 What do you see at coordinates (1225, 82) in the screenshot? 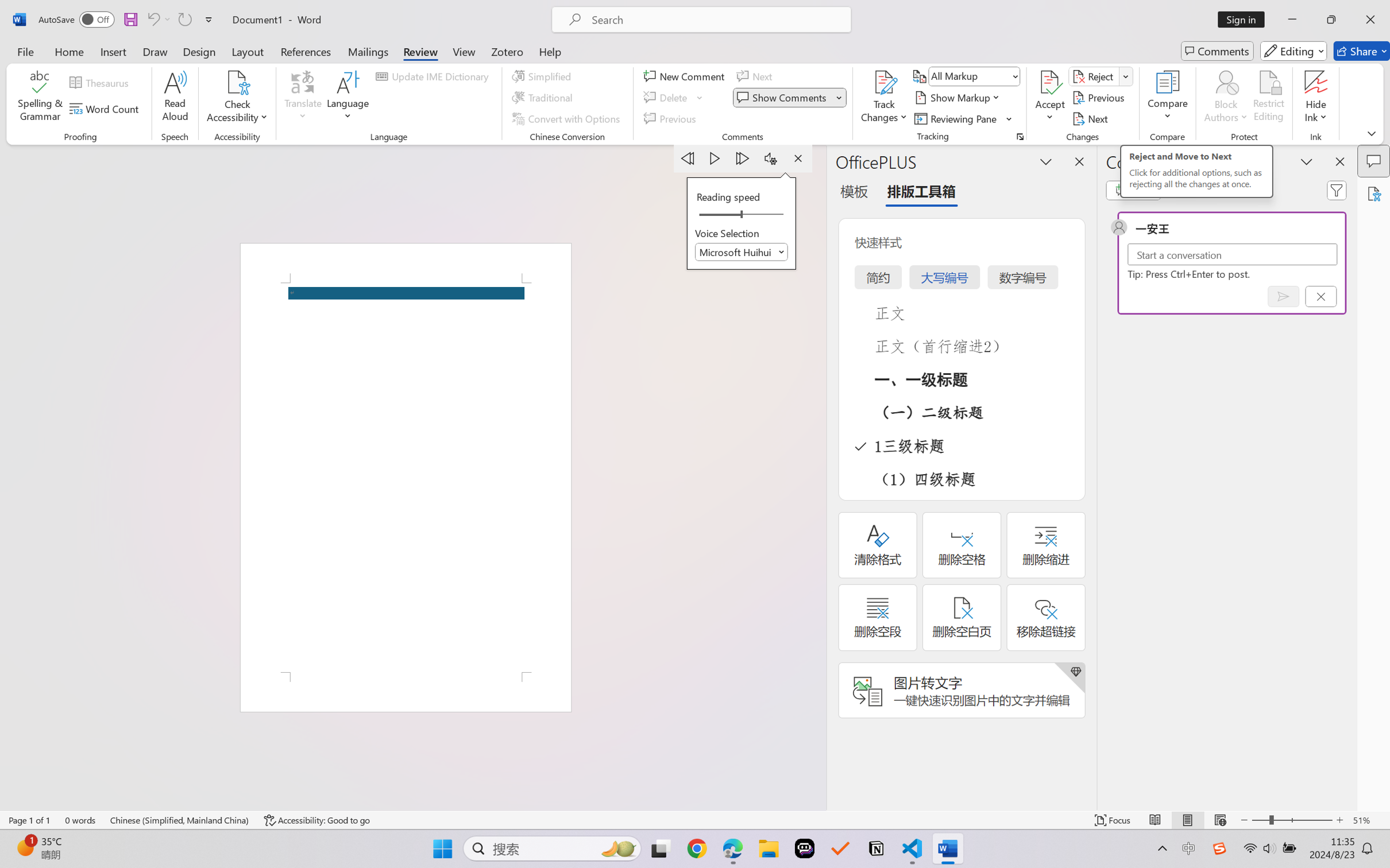
I see `'Block Authors'` at bounding box center [1225, 82].